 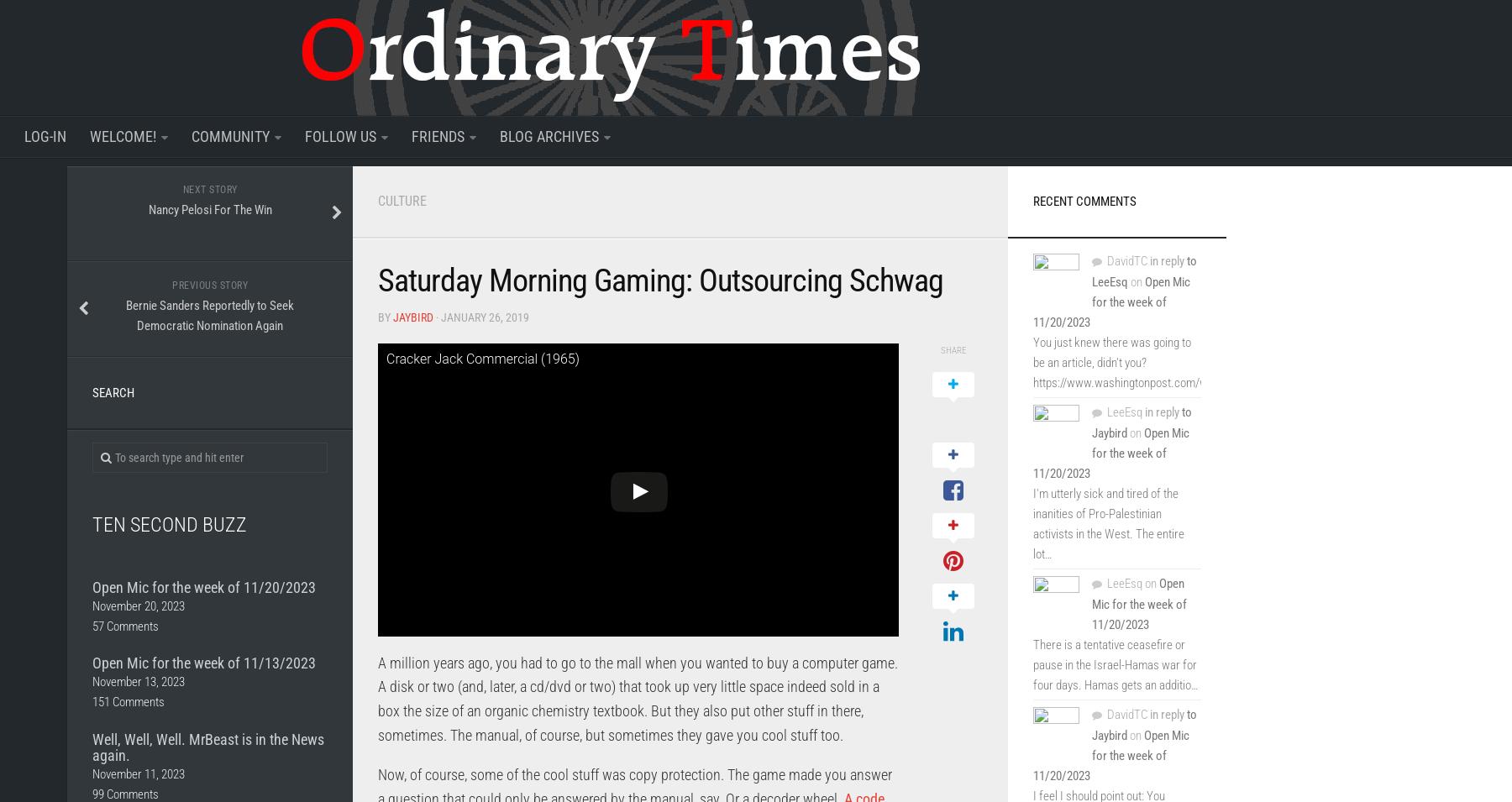 I want to click on 'Jaybird', so click(x=392, y=316).